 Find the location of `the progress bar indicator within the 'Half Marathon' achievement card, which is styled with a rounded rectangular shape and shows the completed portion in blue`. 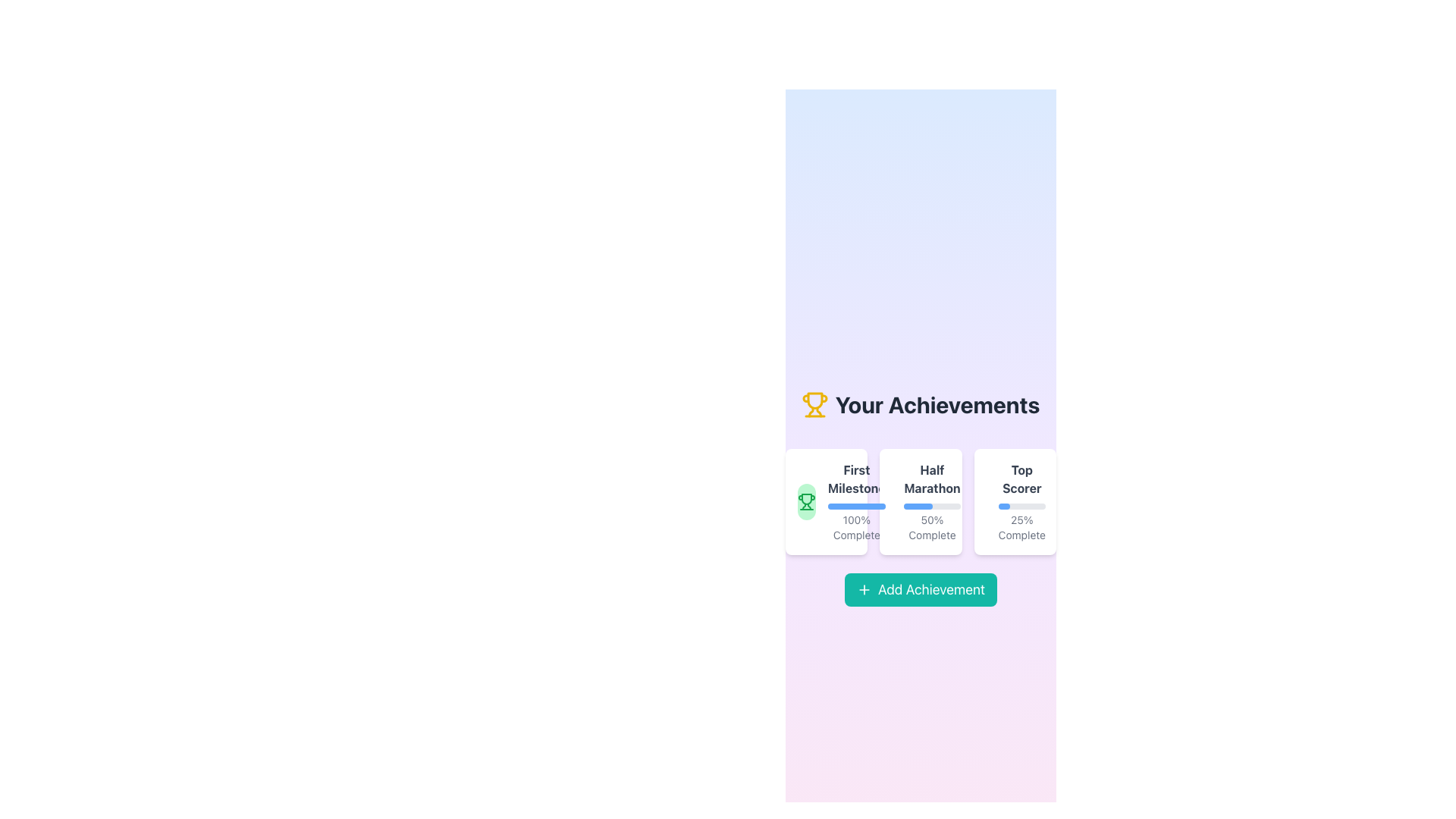

the progress bar indicator within the 'Half Marathon' achievement card, which is styled with a rounded rectangular shape and shows the completed portion in blue is located at coordinates (931, 506).